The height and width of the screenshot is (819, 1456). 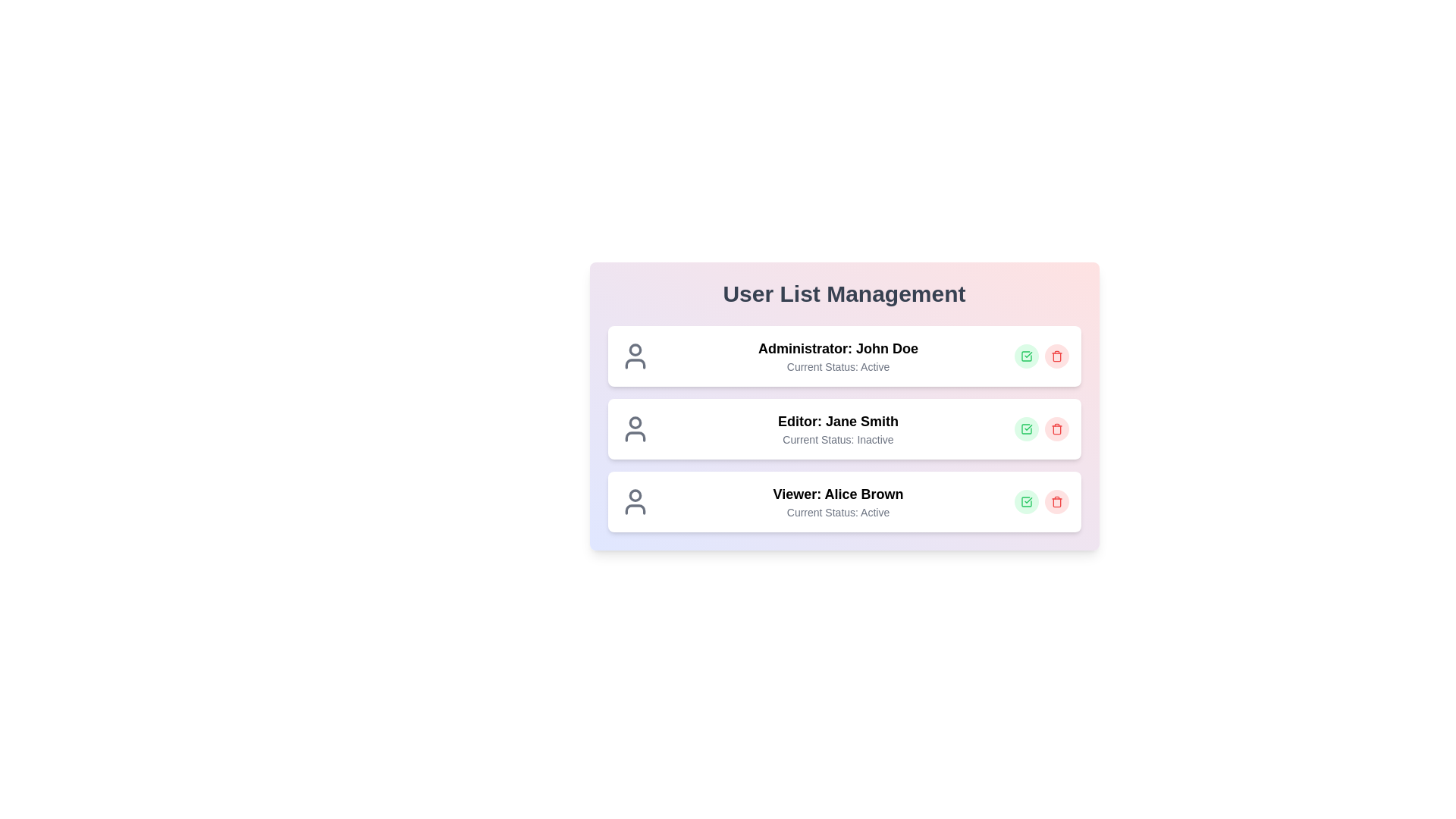 I want to click on the SVG circle representing the user profile icon for Viewer: Alice Brown in the user list management card, so click(x=635, y=495).